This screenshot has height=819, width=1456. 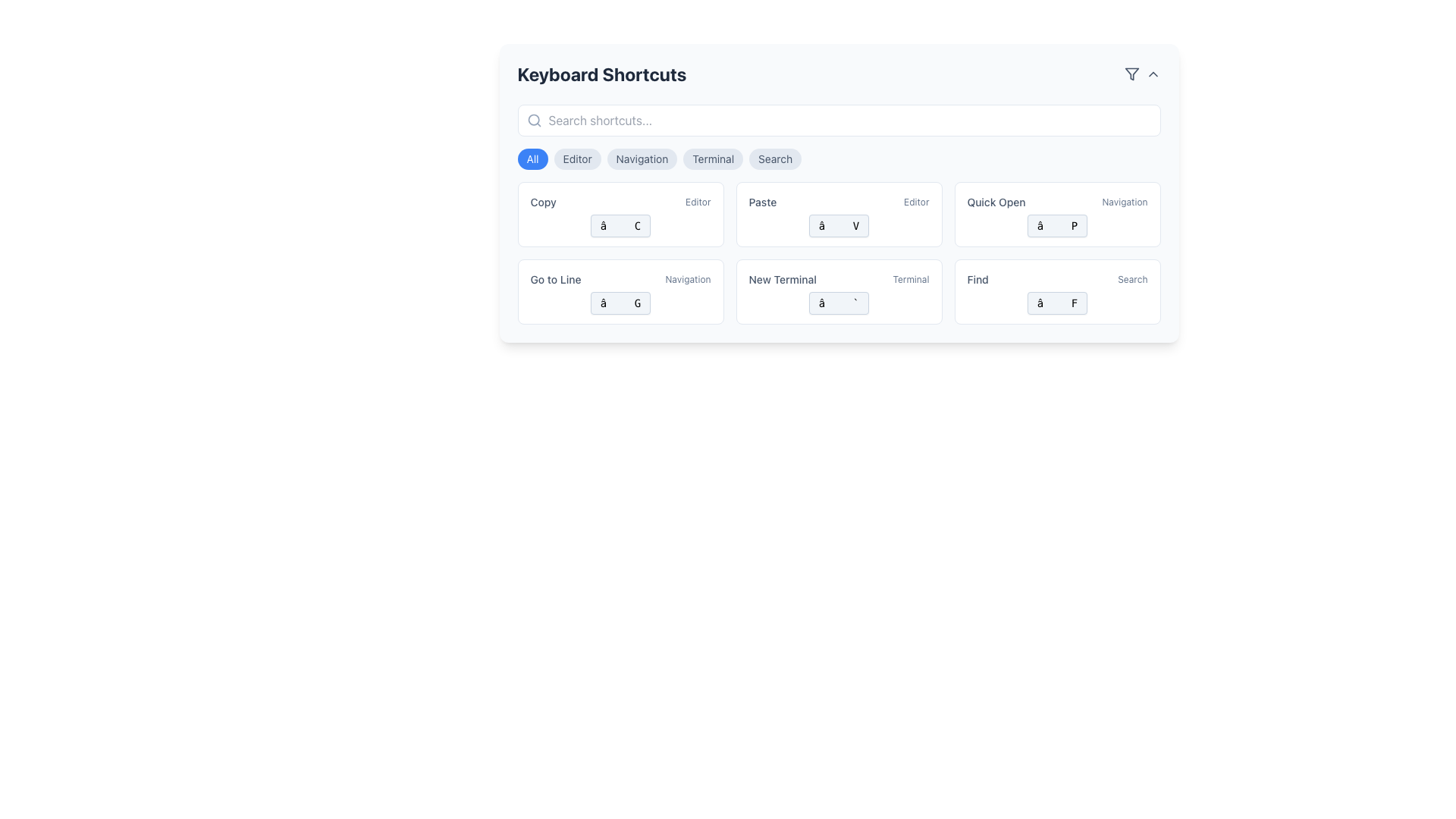 What do you see at coordinates (620, 292) in the screenshot?
I see `the Shortcut card that displays the keyboard shortcut for navigating to a specific line in the application to focus it` at bounding box center [620, 292].